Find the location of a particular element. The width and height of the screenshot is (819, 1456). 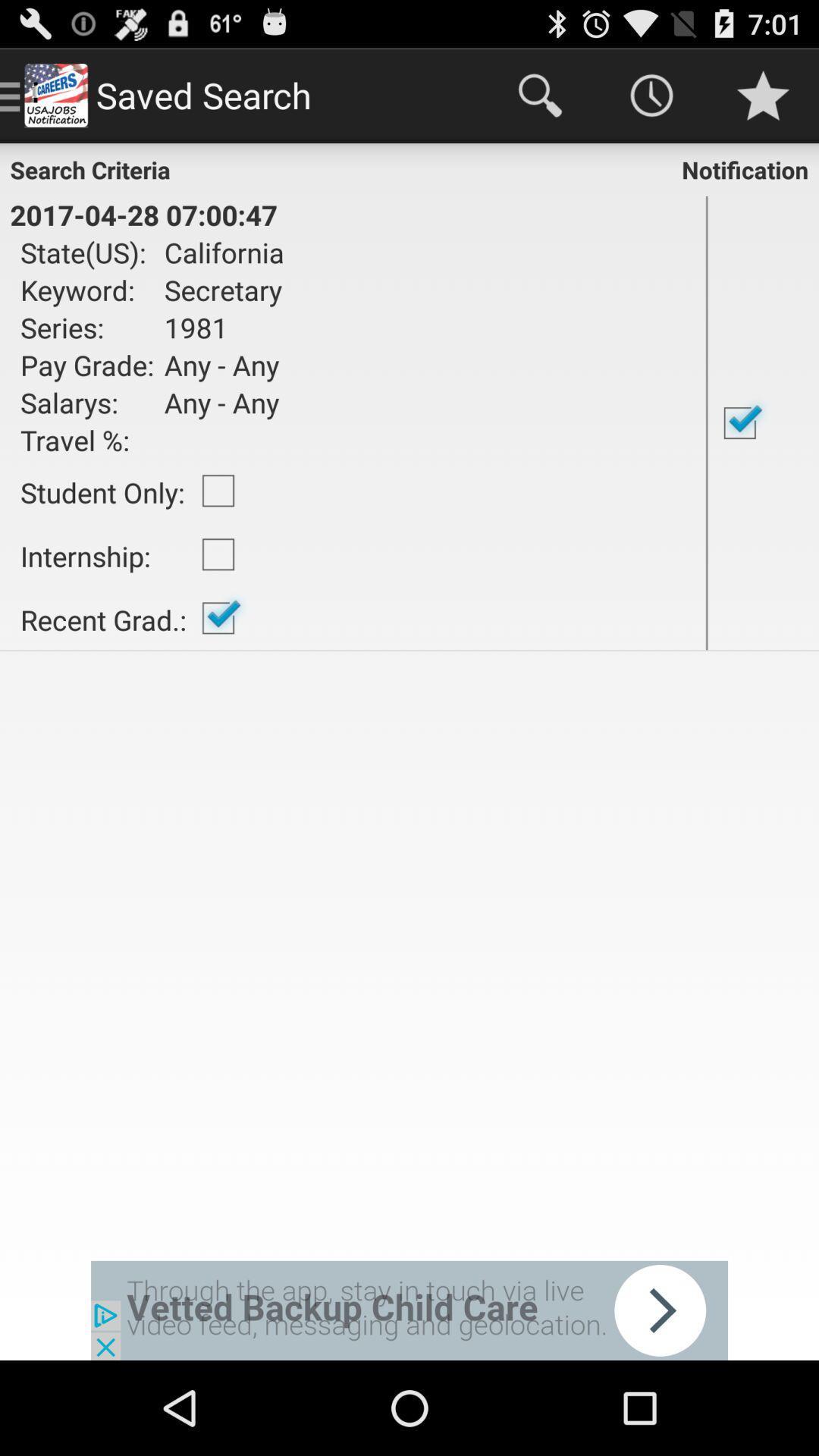

the app above series: icon is located at coordinates (219, 290).